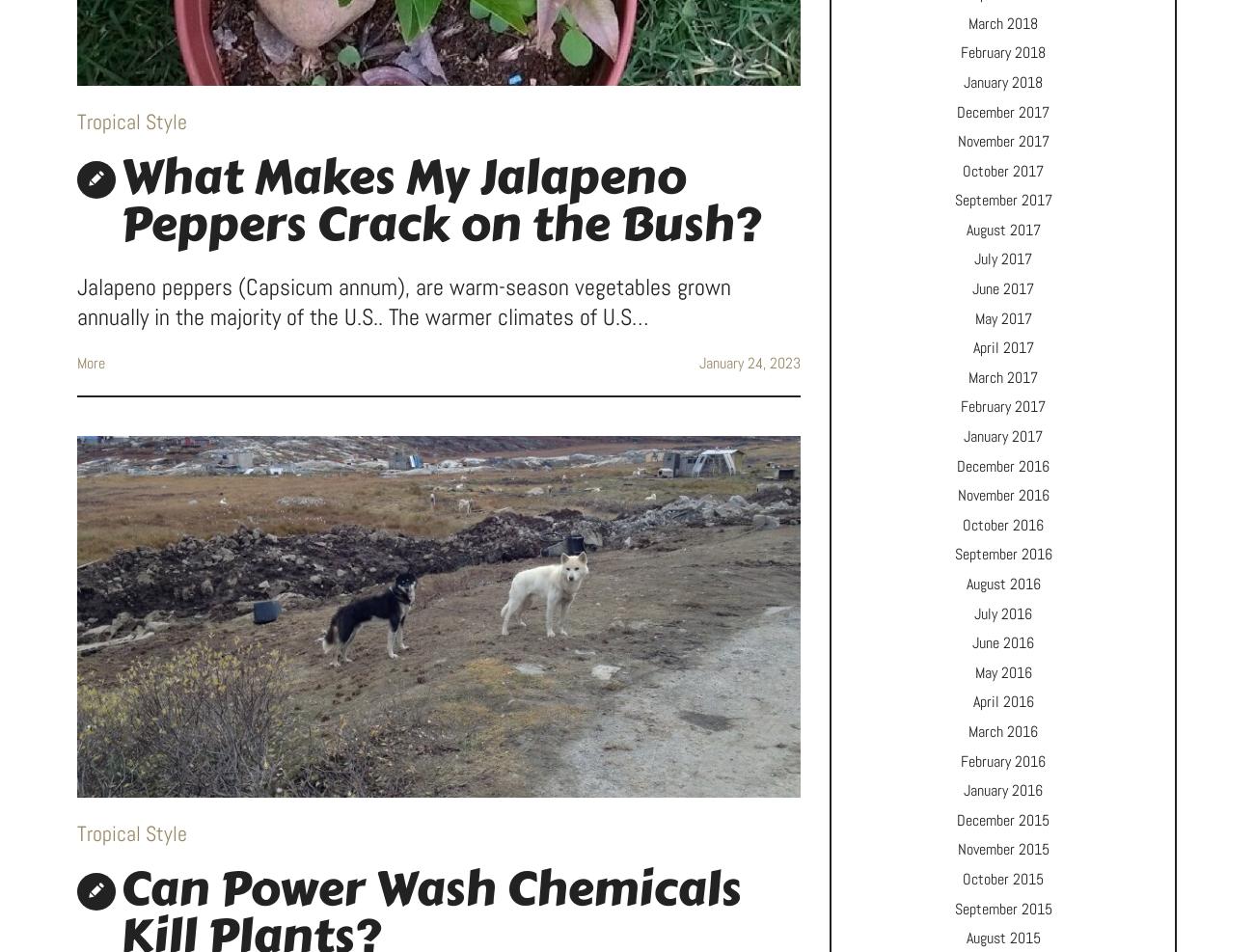  What do you see at coordinates (1003, 612) in the screenshot?
I see `'July 2016'` at bounding box center [1003, 612].